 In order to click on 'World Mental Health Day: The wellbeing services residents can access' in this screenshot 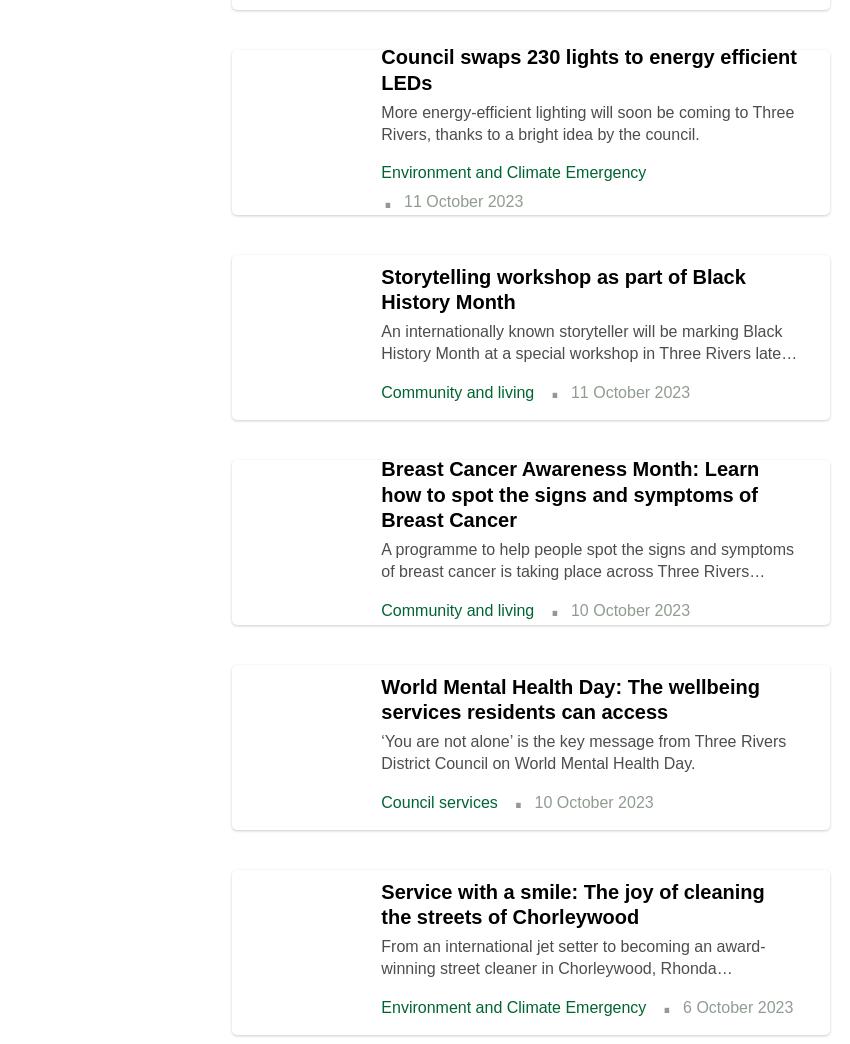, I will do `click(570, 697)`.